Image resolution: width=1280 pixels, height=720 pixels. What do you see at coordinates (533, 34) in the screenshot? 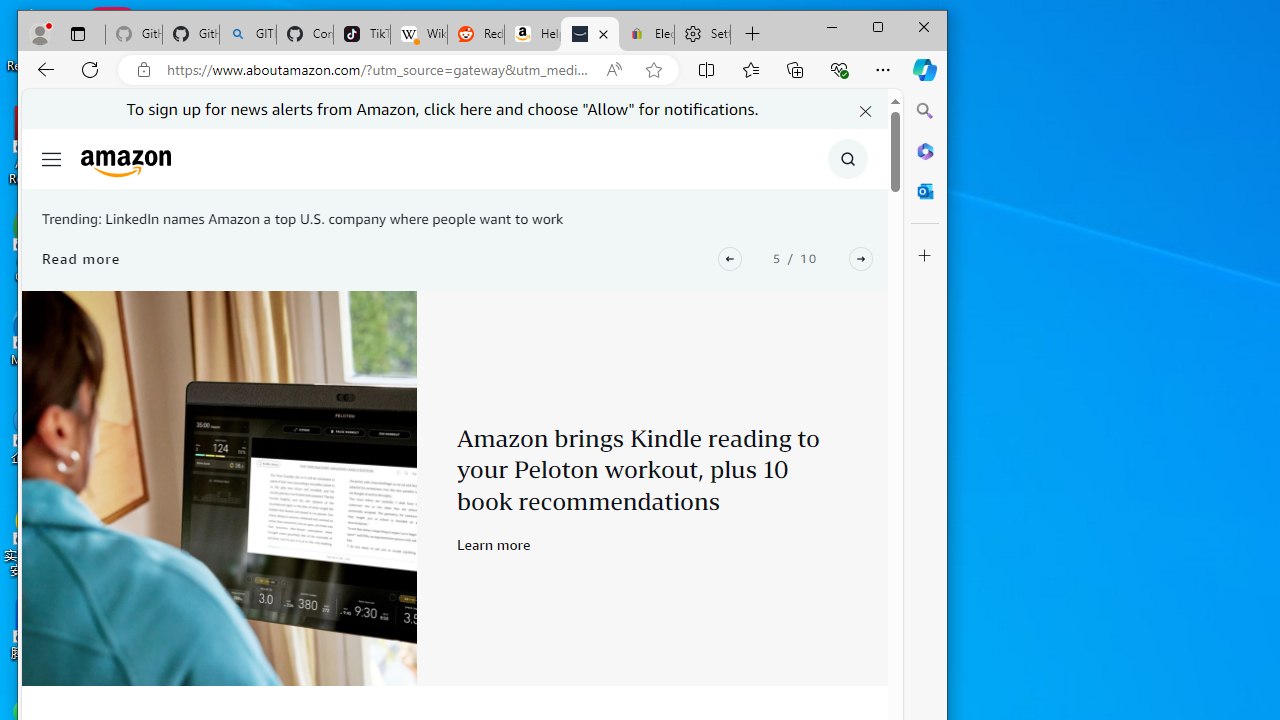
I see `'Help & Contact Us - Amazon Customer Service'` at bounding box center [533, 34].